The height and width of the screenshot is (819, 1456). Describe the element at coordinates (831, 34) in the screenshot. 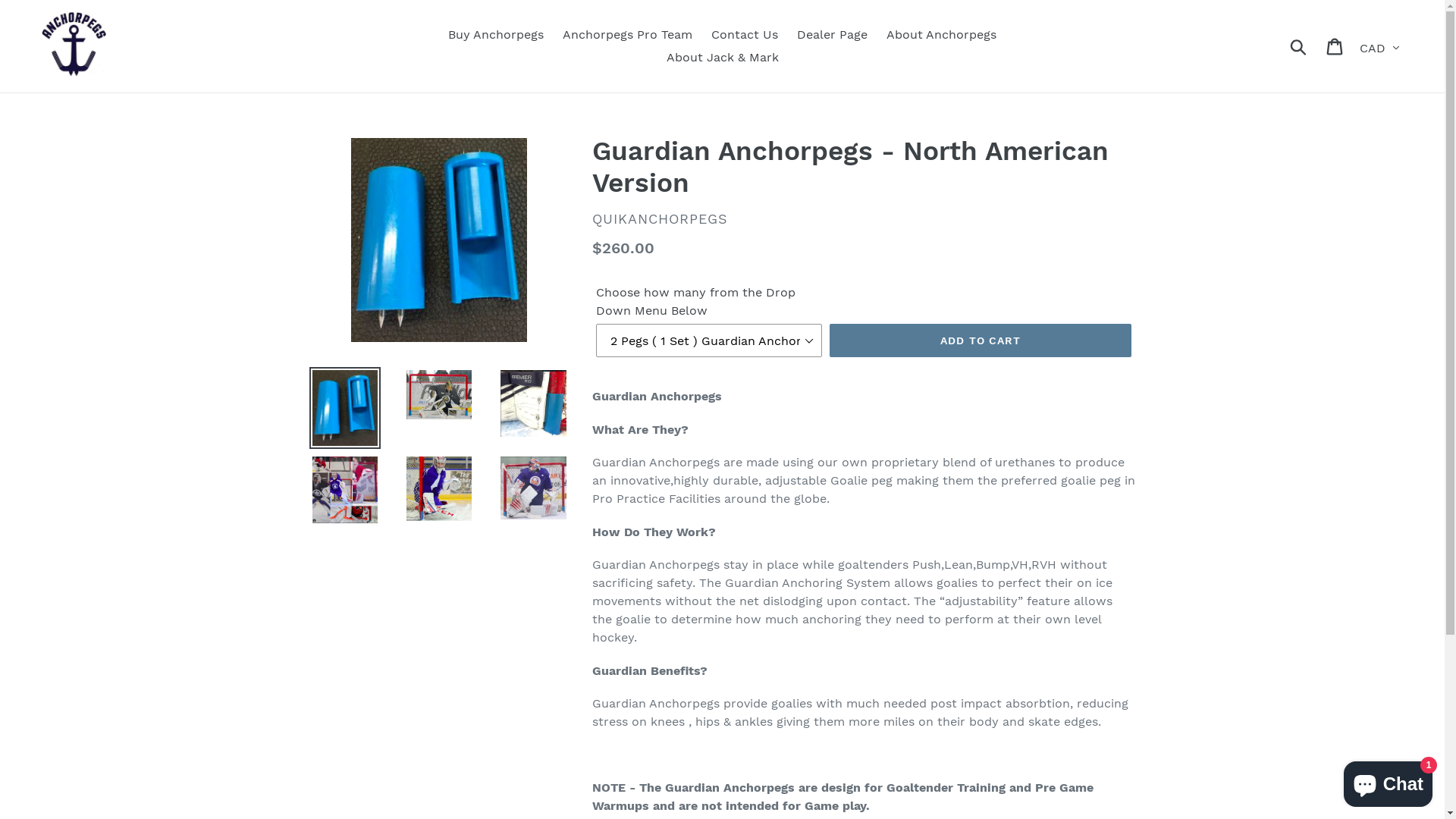

I see `'Dealer Page'` at that location.